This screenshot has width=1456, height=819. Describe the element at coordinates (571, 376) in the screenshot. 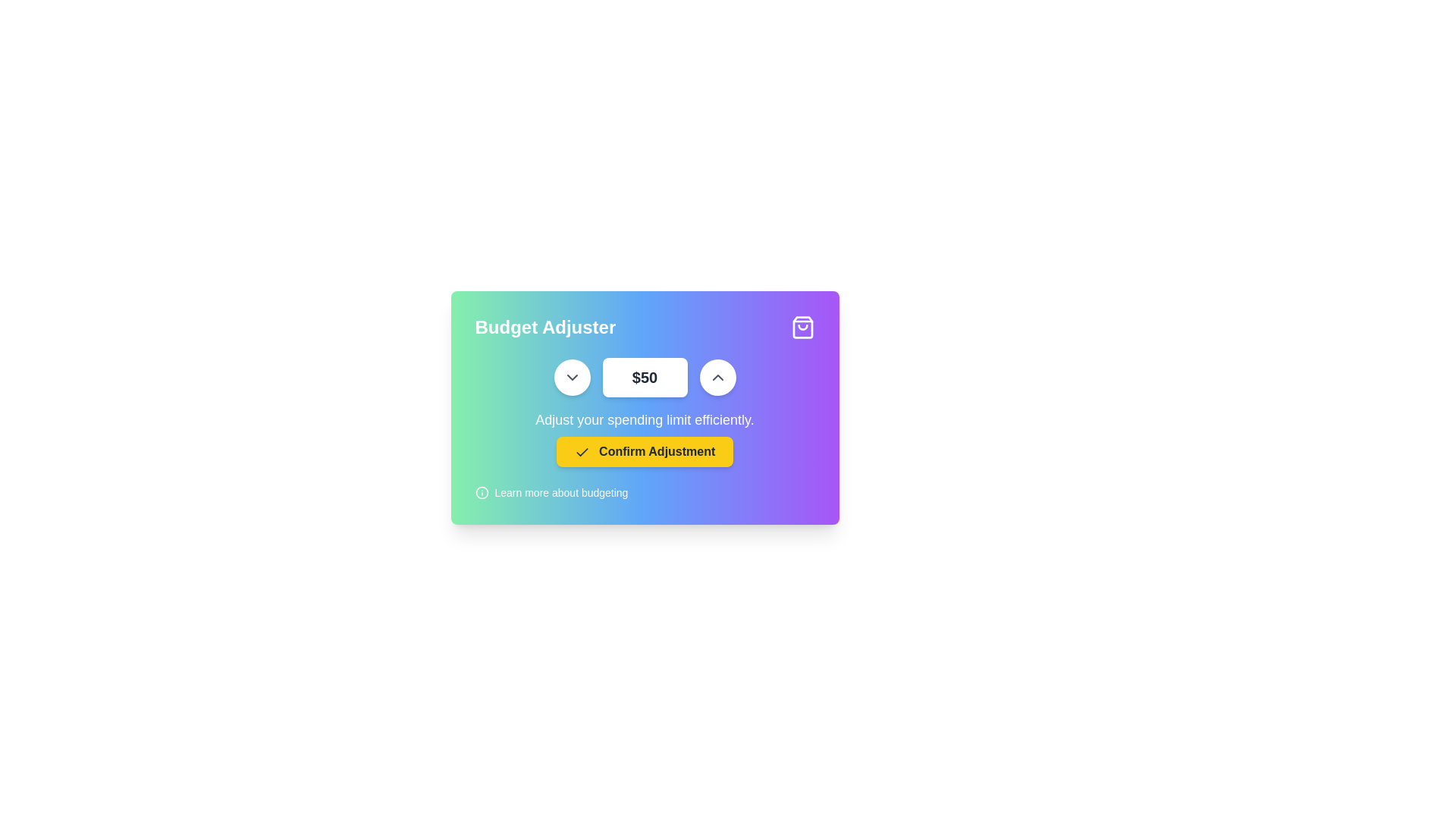

I see `the decrement button for the Budget Adjuster section to decrease the displayed amount in the adjoining text field` at that location.